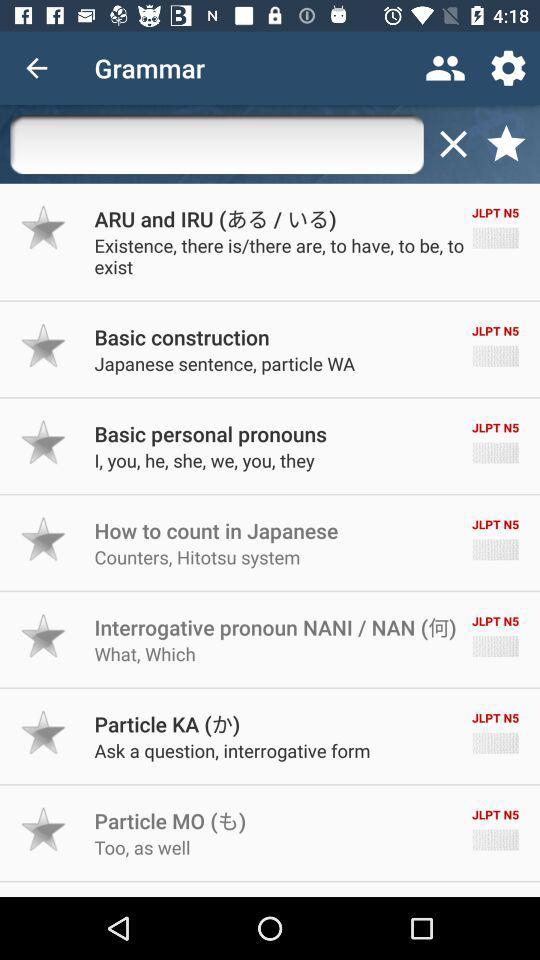 The width and height of the screenshot is (540, 960). I want to click on the icon below the basic construction icon, so click(223, 362).